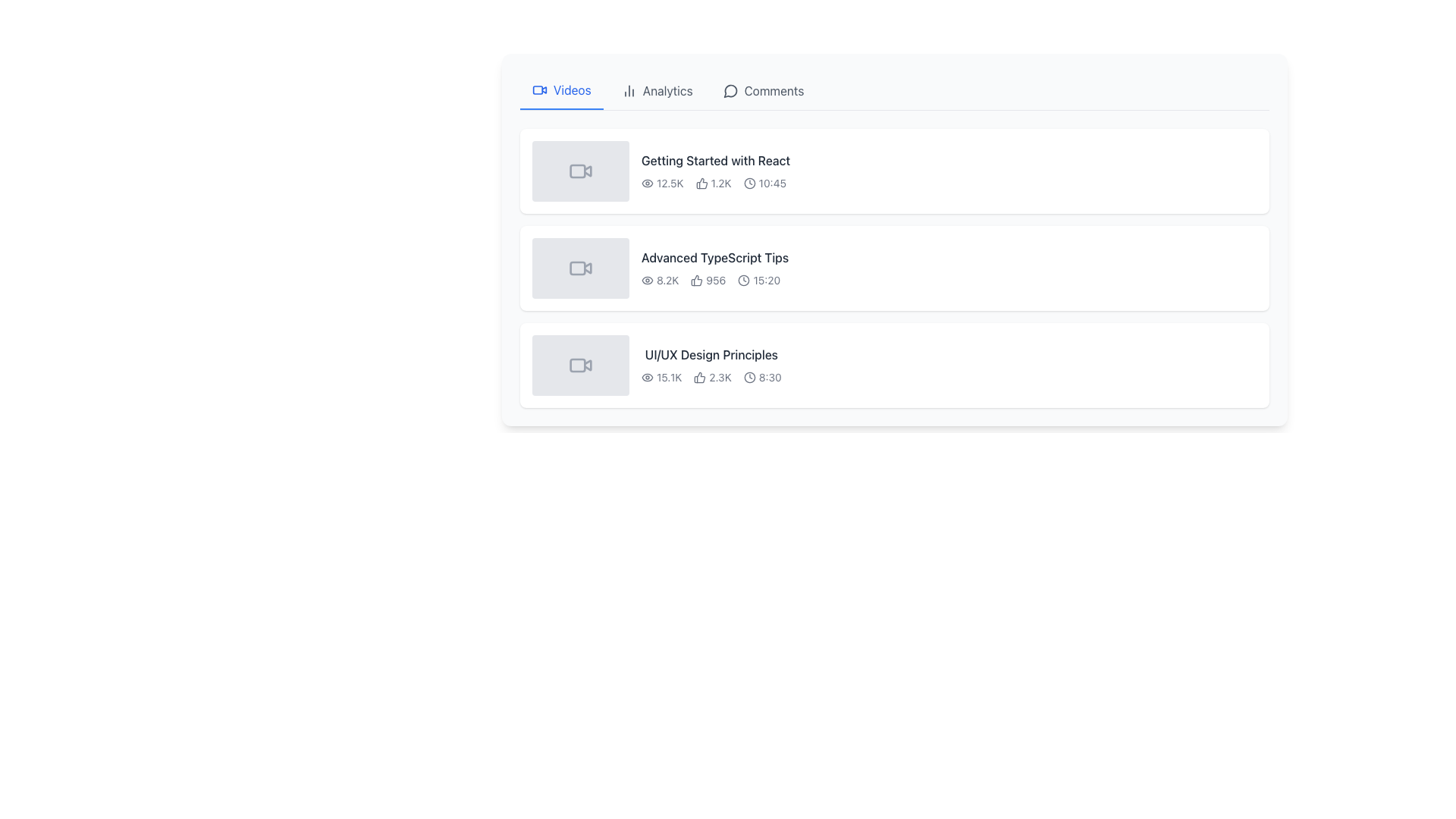 Image resolution: width=1456 pixels, height=819 pixels. Describe the element at coordinates (712, 376) in the screenshot. I see `the thumbs-up icon with the text '2.3K' in the list of video details for 'UI/UX Design Principles'` at that location.